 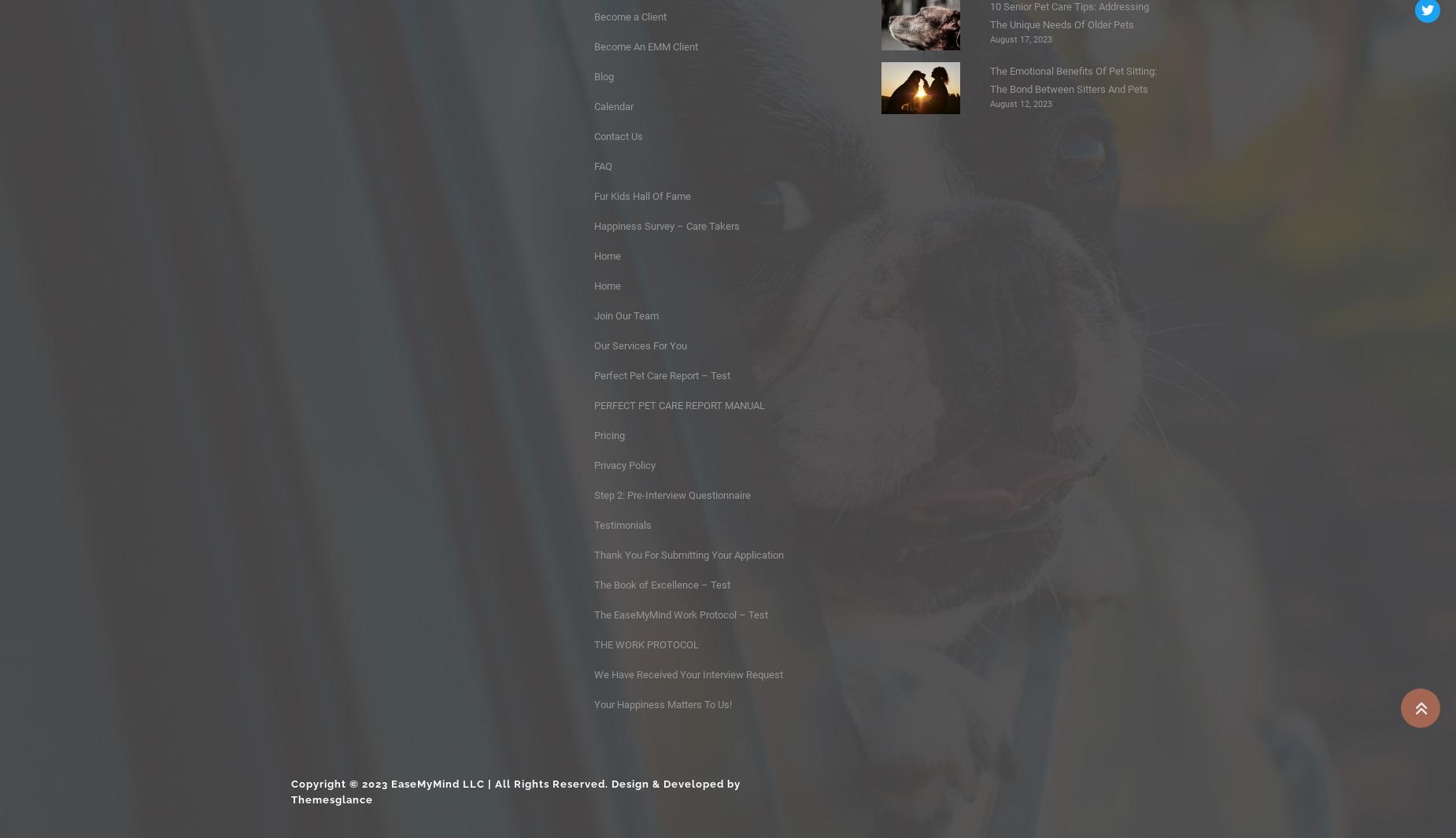 What do you see at coordinates (451, 784) in the screenshot?
I see `'Copyright © 2023 EaseMyMind LLC | All Rights Reserved.'` at bounding box center [451, 784].